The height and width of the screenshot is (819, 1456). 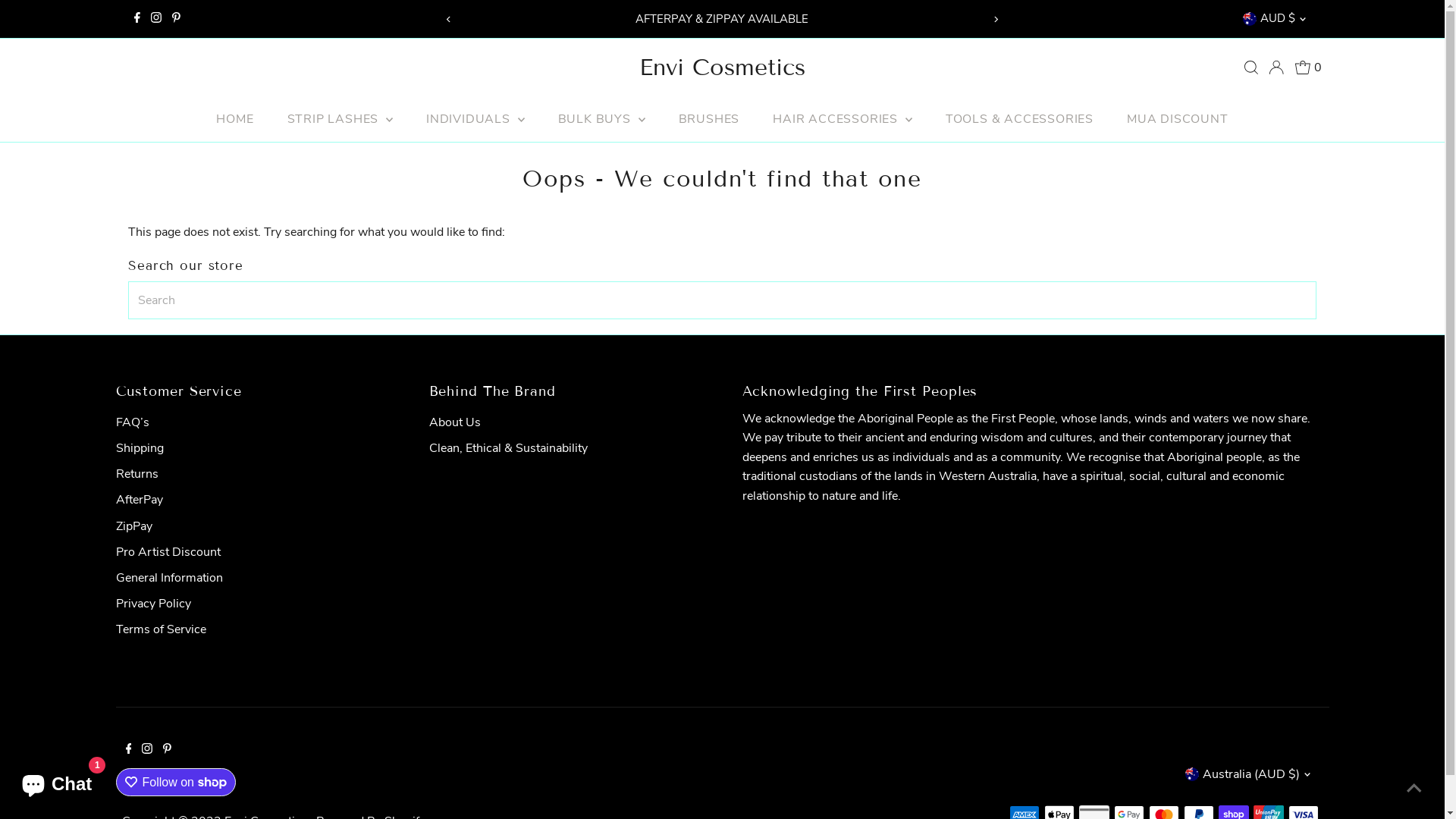 What do you see at coordinates (7, 780) in the screenshot?
I see `'Shopify online store chat'` at bounding box center [7, 780].